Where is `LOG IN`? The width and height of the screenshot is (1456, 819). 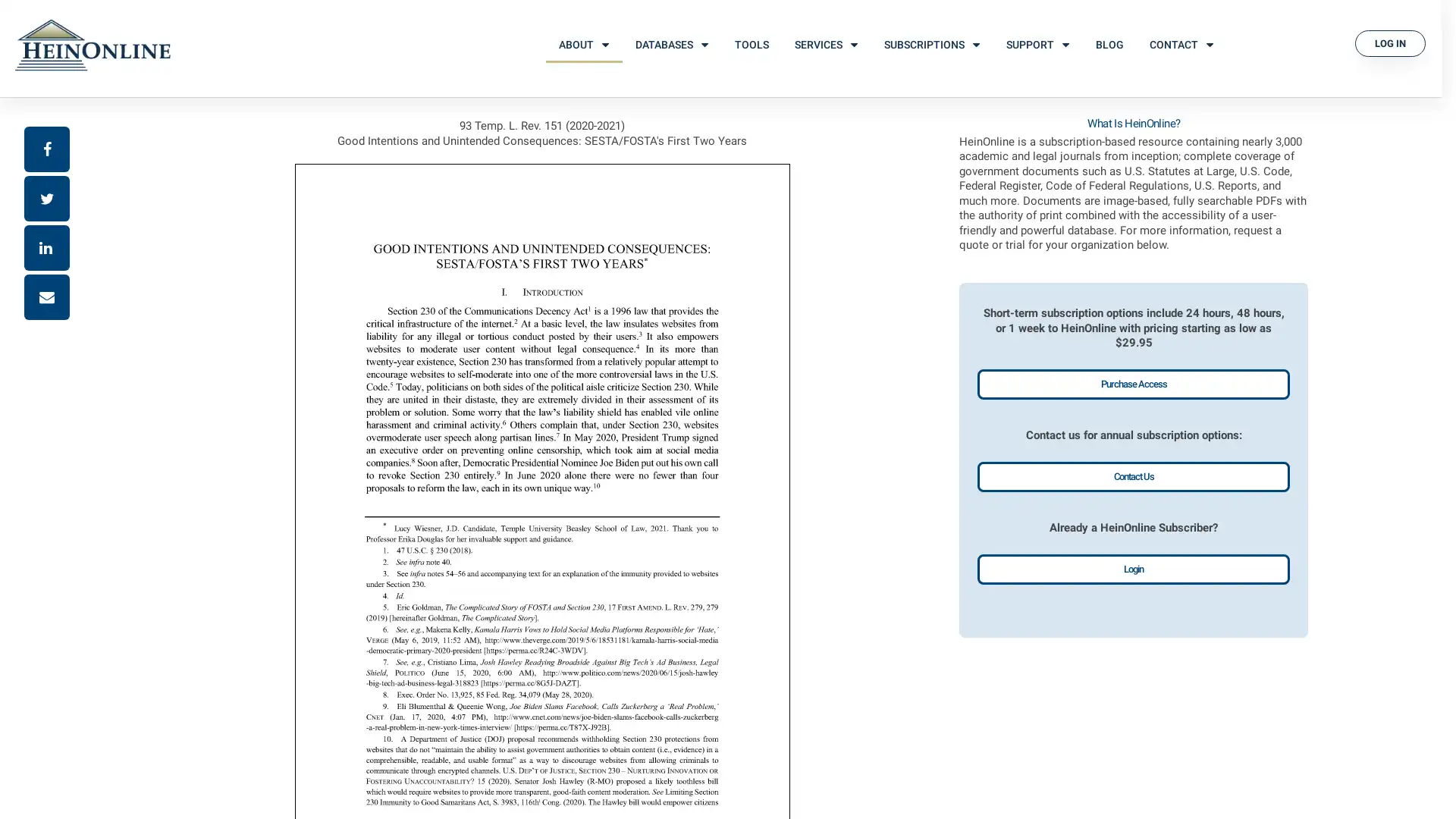 LOG IN is located at coordinates (1390, 42).